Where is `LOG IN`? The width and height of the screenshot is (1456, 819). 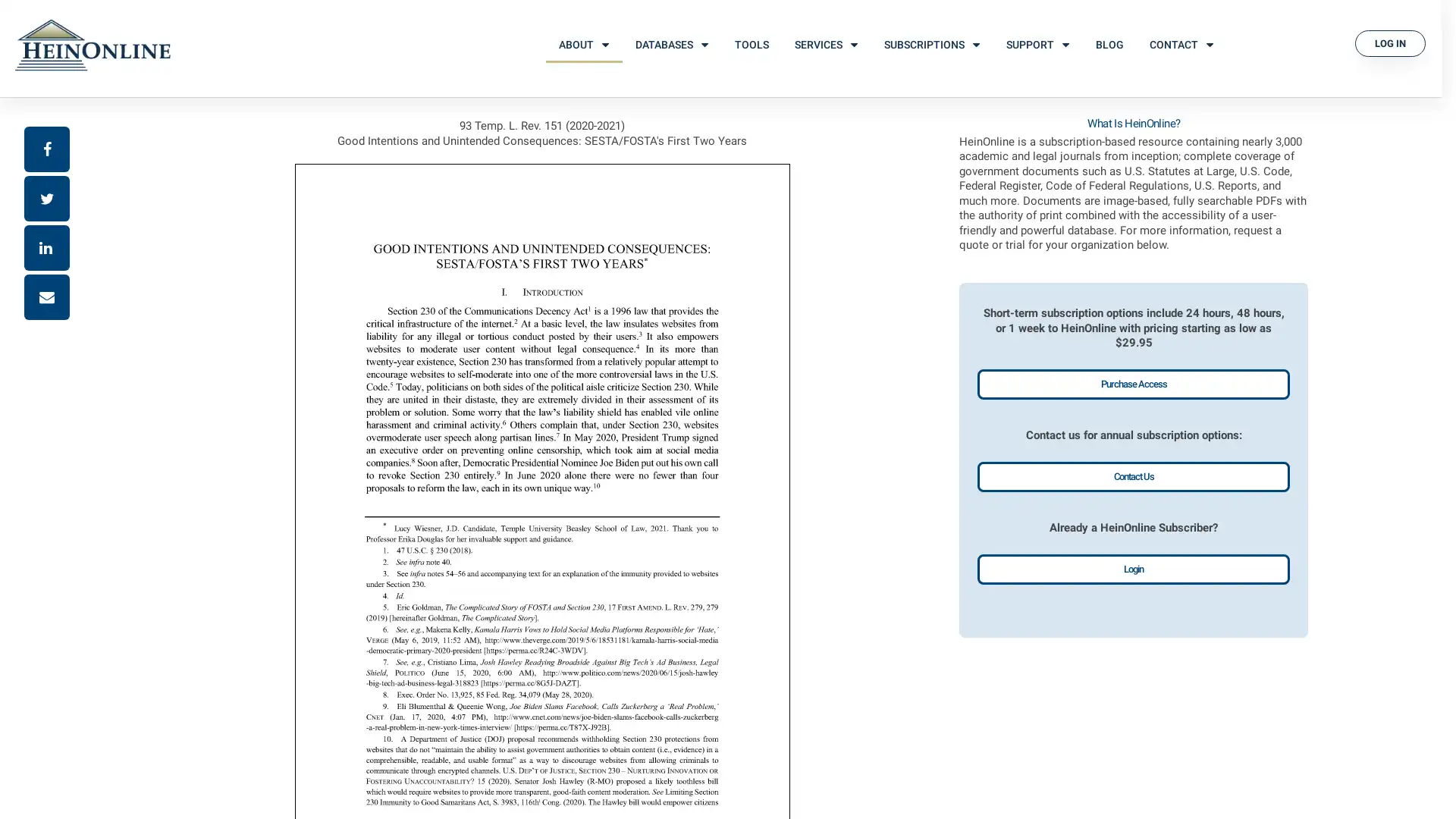 LOG IN is located at coordinates (1390, 42).